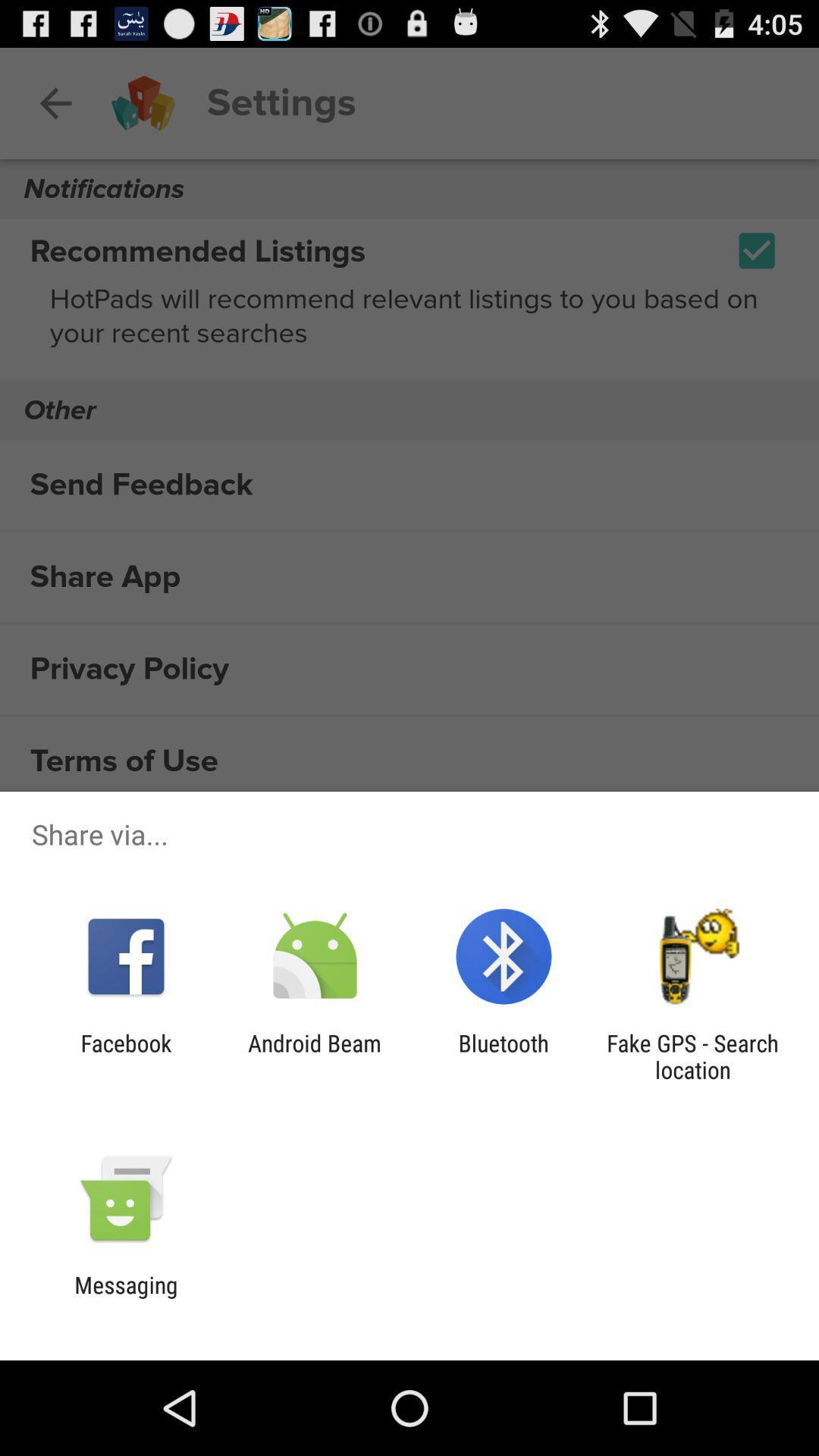 The width and height of the screenshot is (819, 1456). Describe the element at coordinates (692, 1056) in the screenshot. I see `app to the right of bluetooth item` at that location.